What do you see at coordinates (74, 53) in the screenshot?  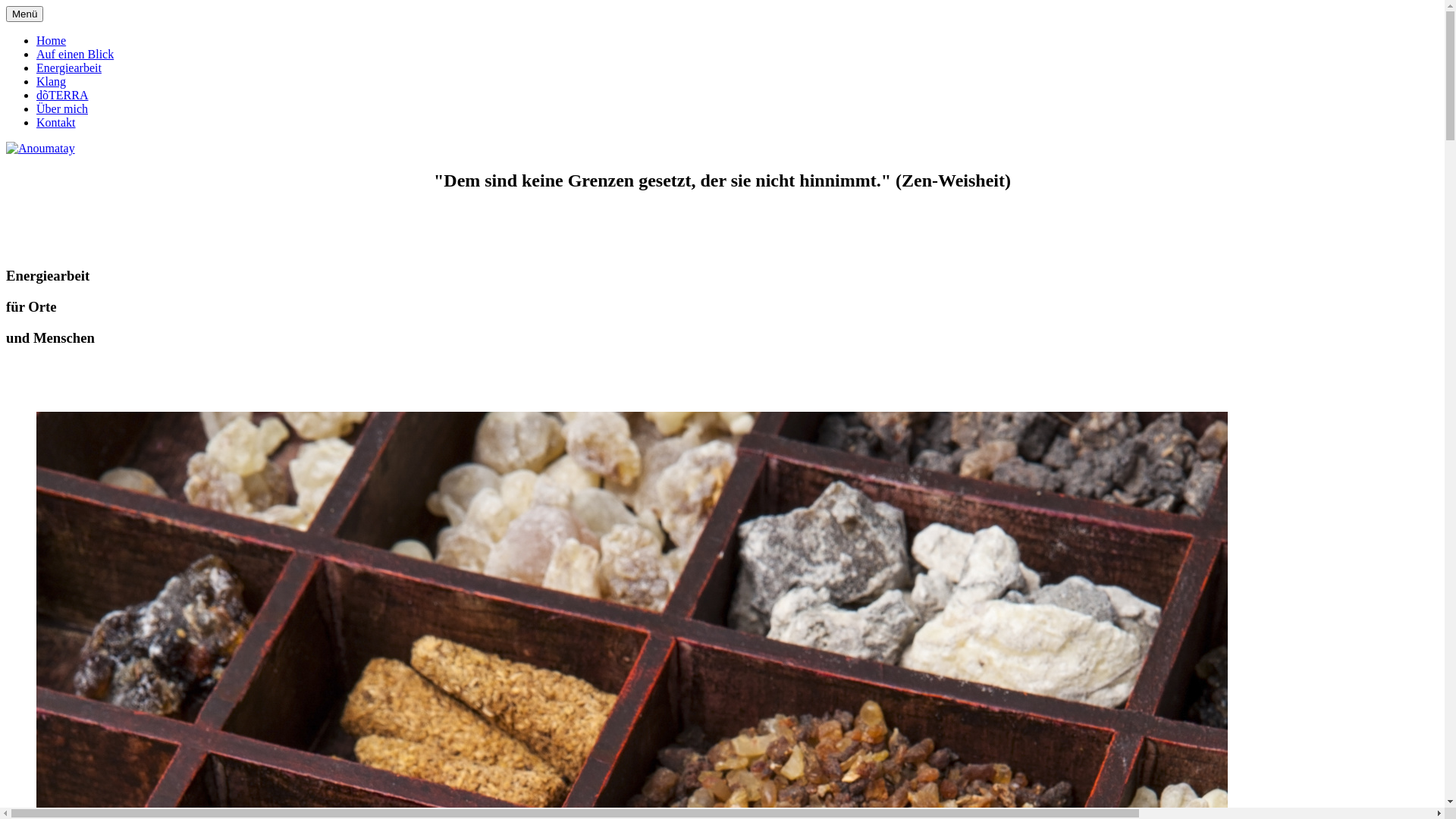 I see `'Auf einen Blick'` at bounding box center [74, 53].